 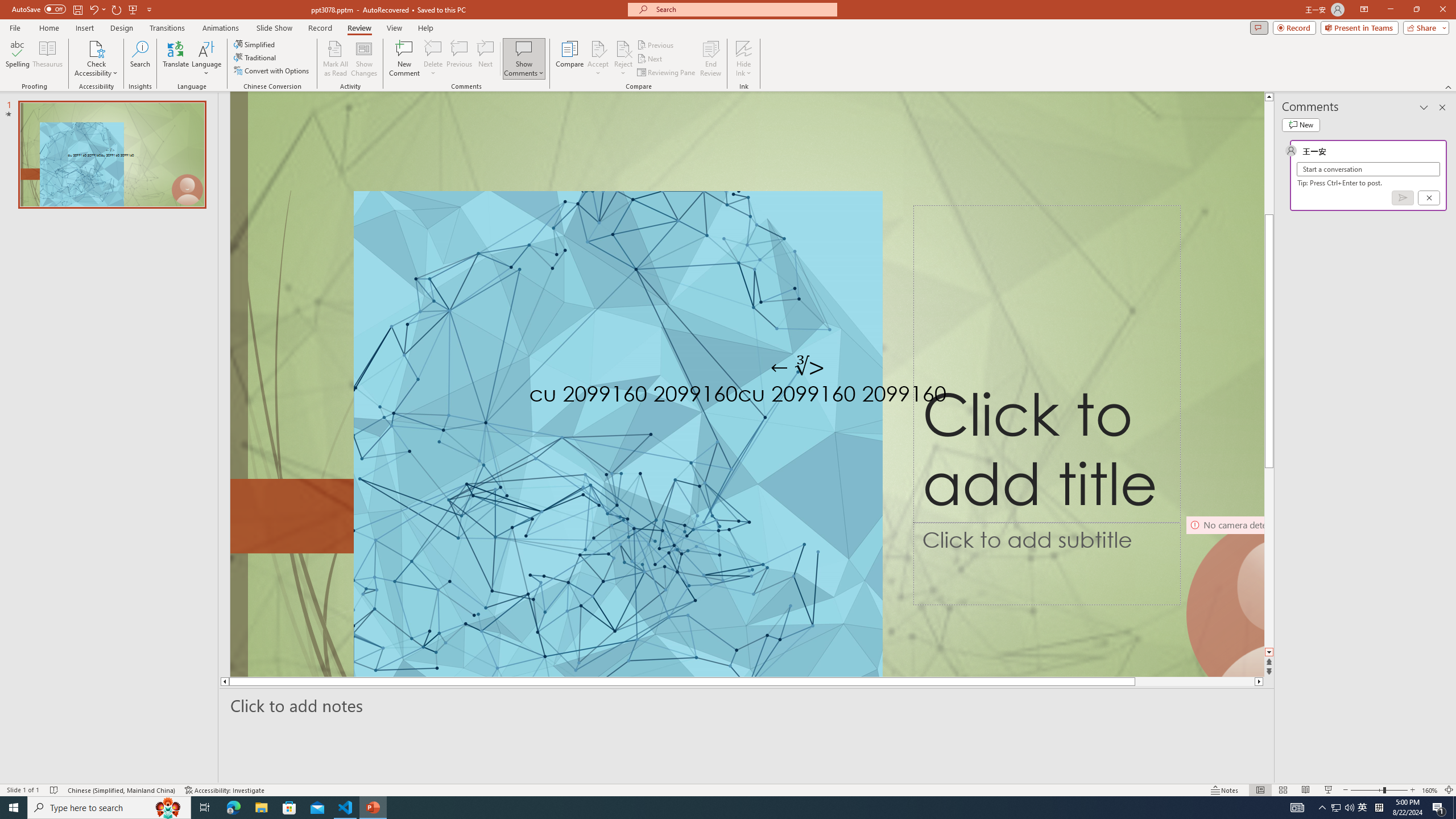 What do you see at coordinates (16, 59) in the screenshot?
I see `'Spelling...'` at bounding box center [16, 59].